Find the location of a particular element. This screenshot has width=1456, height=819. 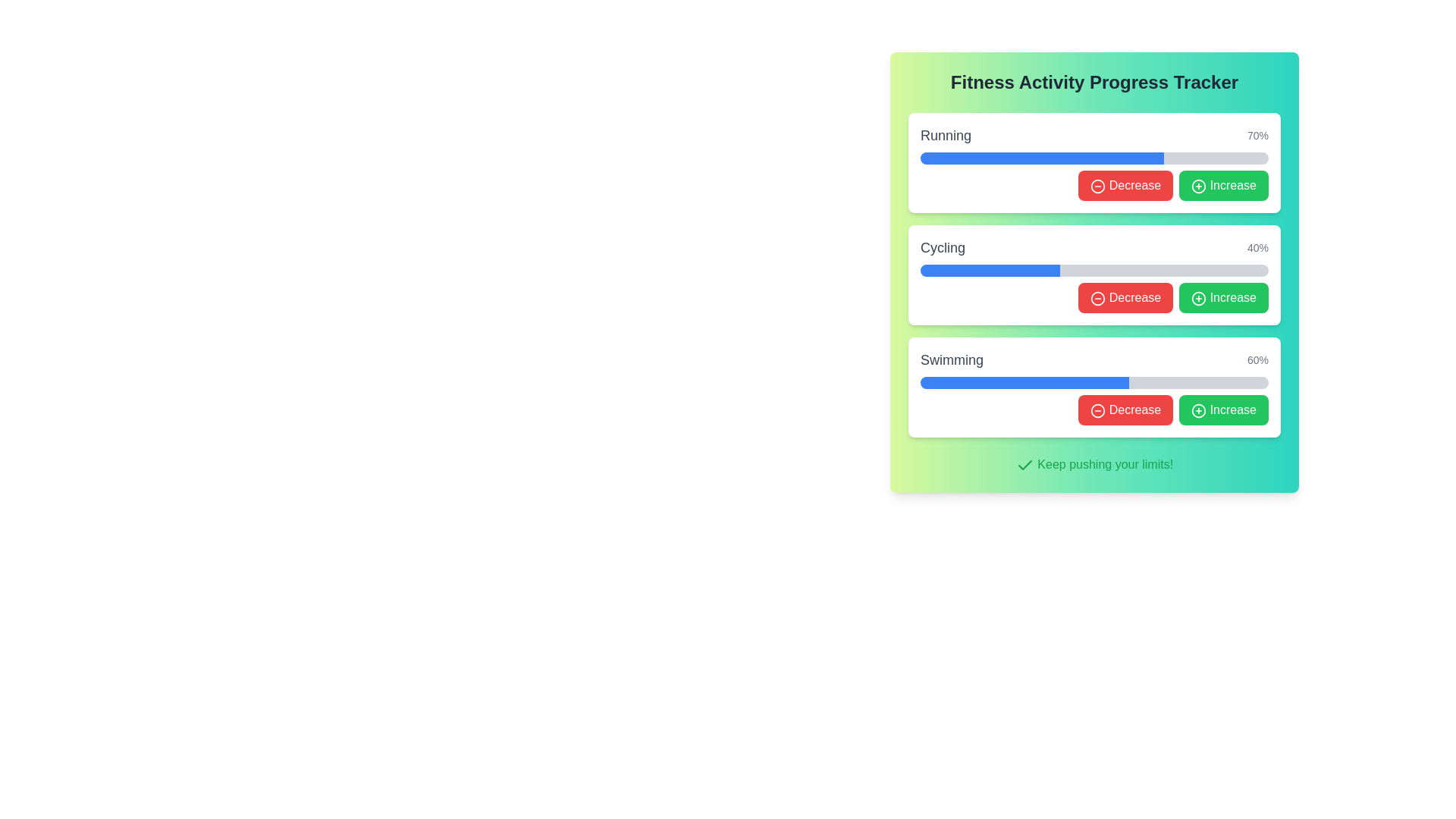

the red button labeled 'Decrease' with a minus sign icon to trigger a tooltip or visual response is located at coordinates (1125, 298).